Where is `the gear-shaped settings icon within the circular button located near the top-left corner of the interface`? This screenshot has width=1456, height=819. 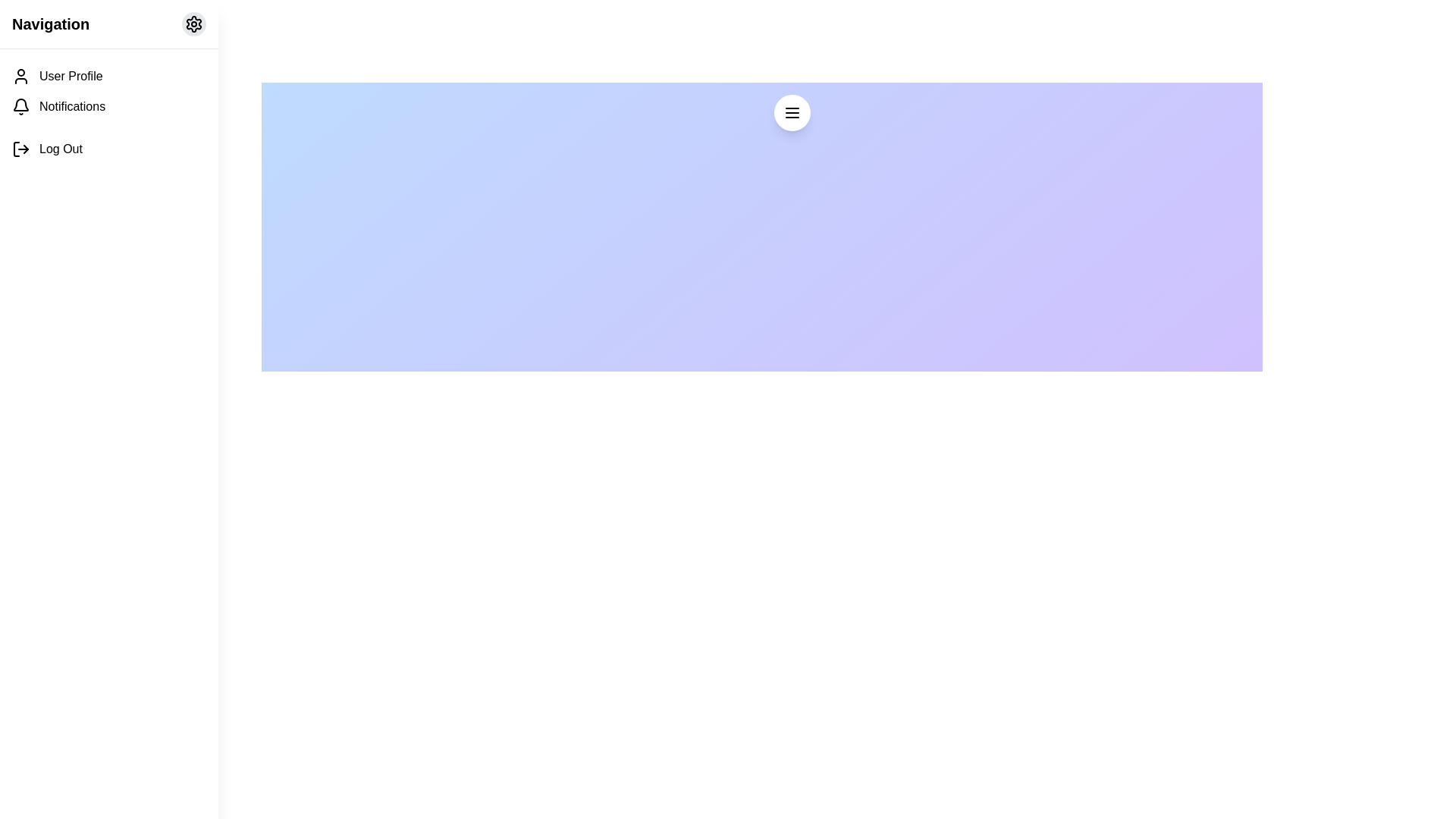
the gear-shaped settings icon within the circular button located near the top-left corner of the interface is located at coordinates (193, 24).